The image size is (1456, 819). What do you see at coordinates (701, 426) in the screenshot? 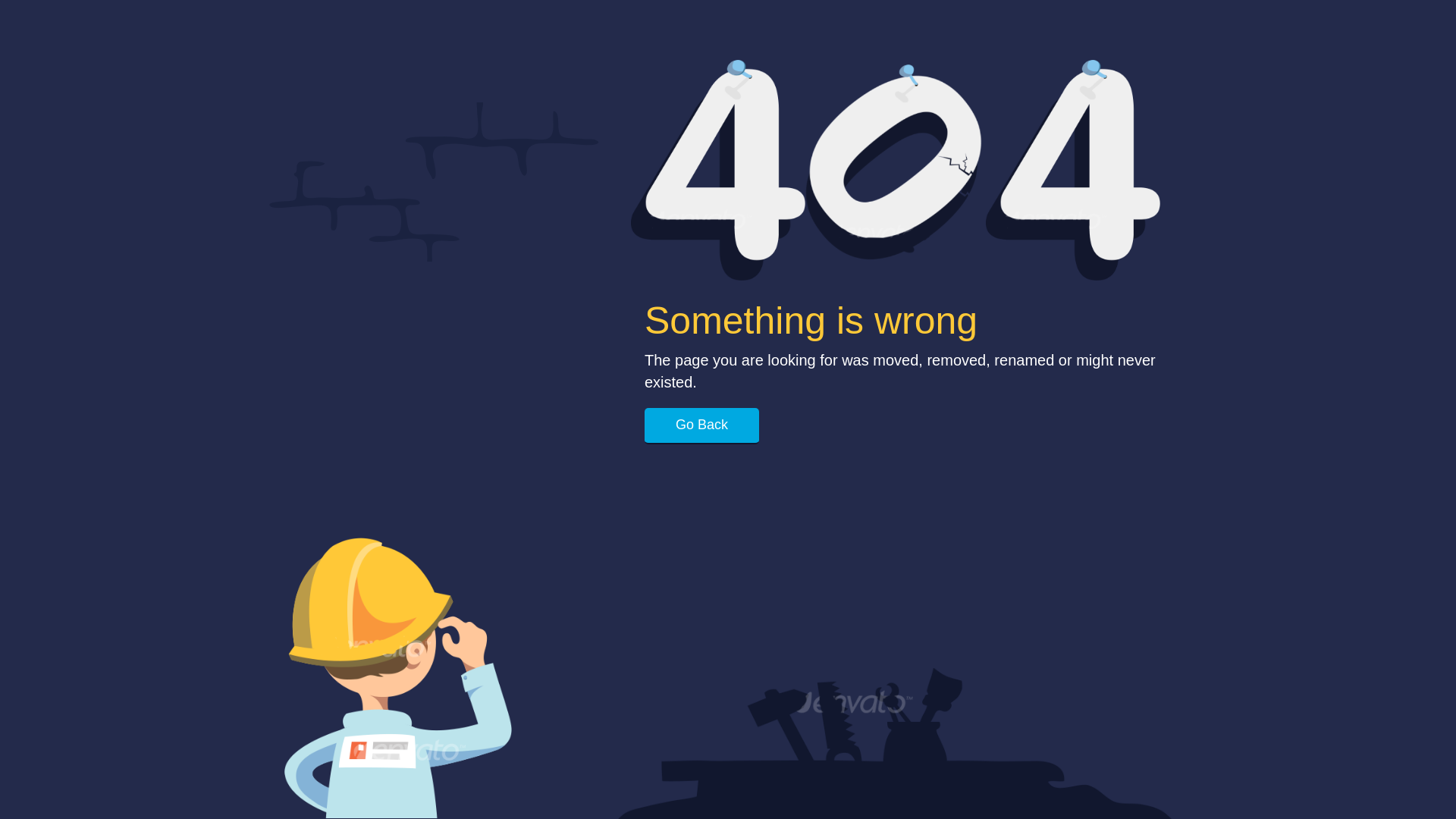
I see `'Go Back'` at bounding box center [701, 426].